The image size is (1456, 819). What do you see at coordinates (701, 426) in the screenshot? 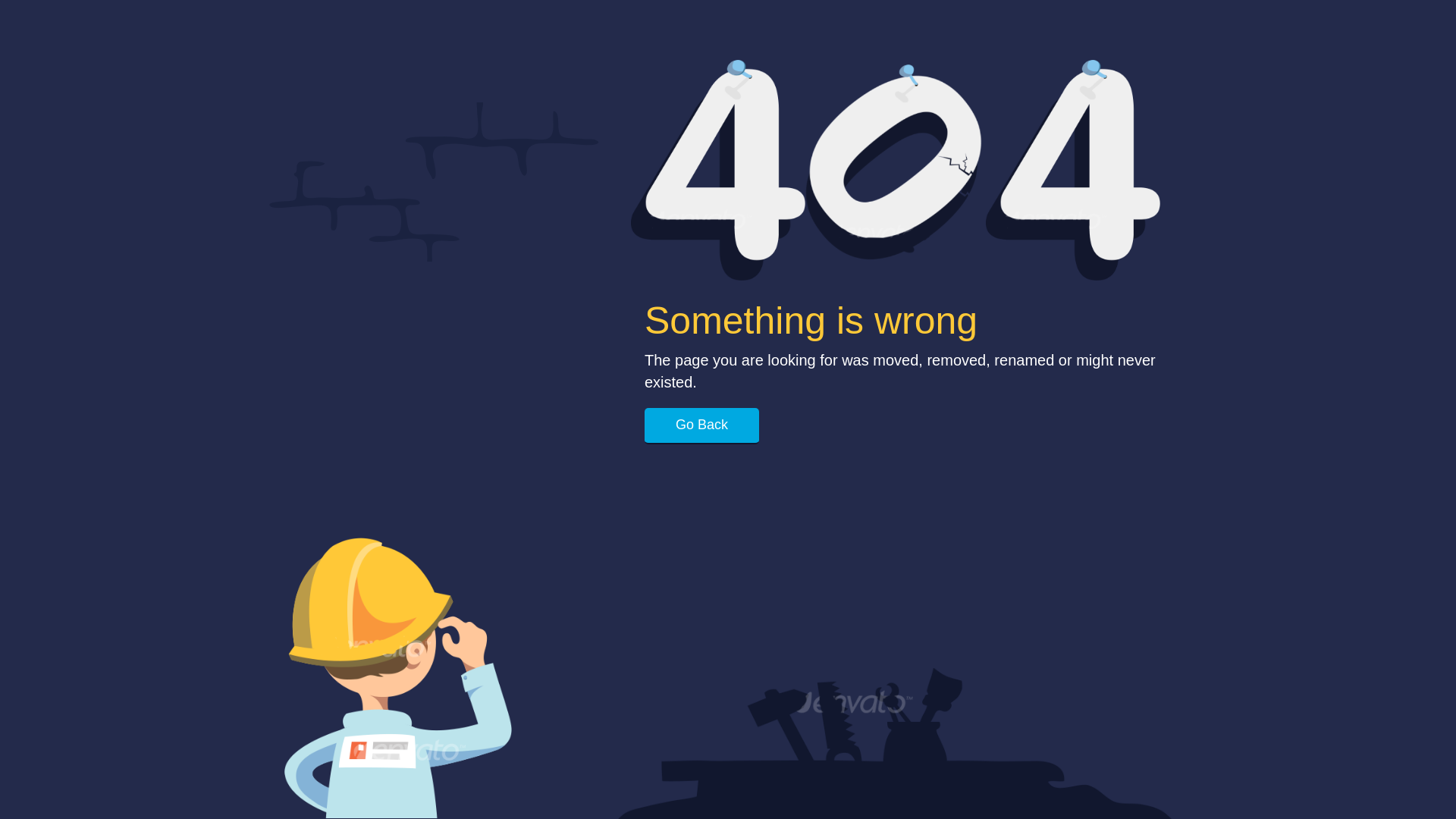
I see `'Go Back'` at bounding box center [701, 426].